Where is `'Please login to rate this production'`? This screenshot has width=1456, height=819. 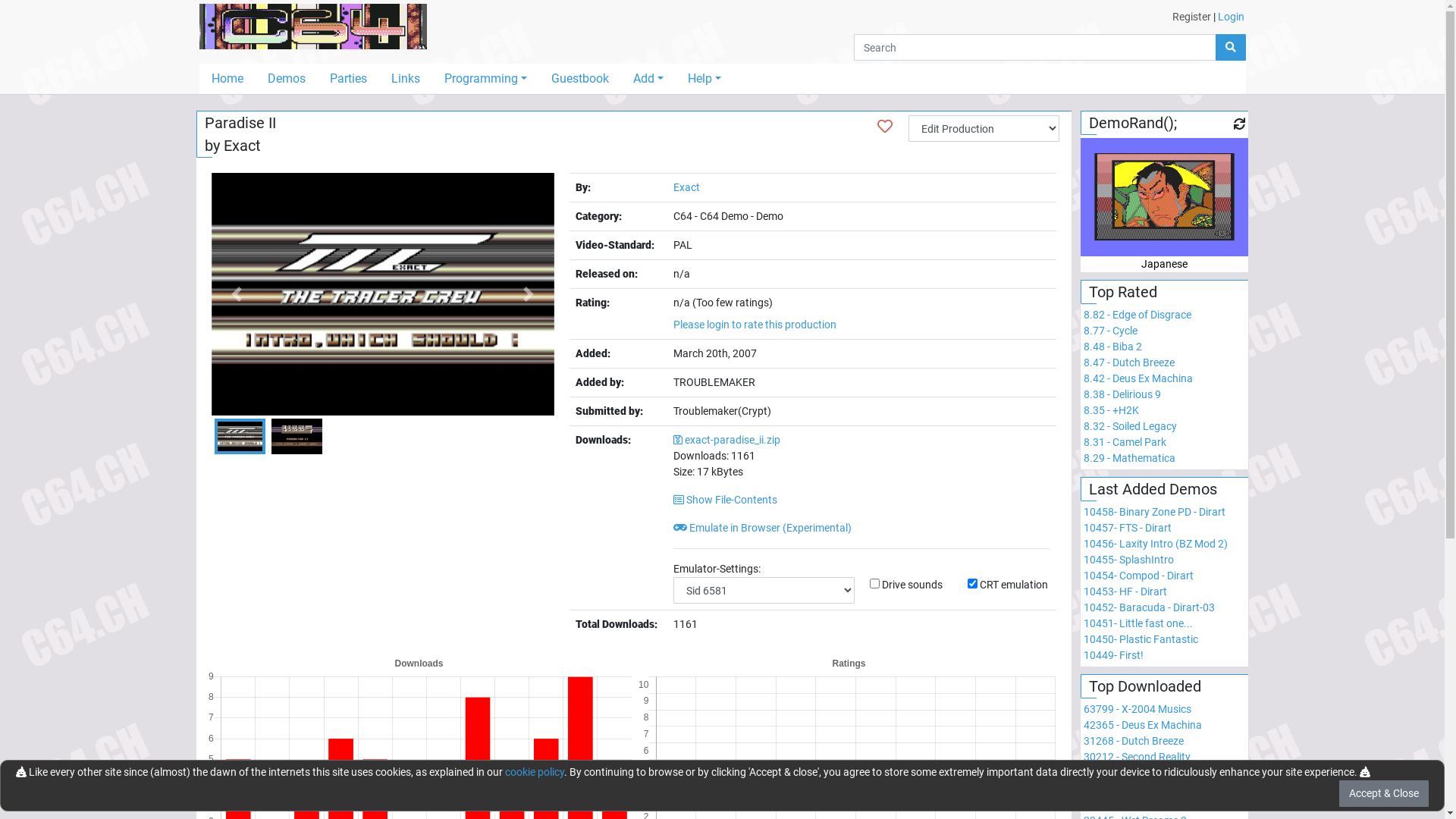
'Please login to rate this production' is located at coordinates (755, 324).